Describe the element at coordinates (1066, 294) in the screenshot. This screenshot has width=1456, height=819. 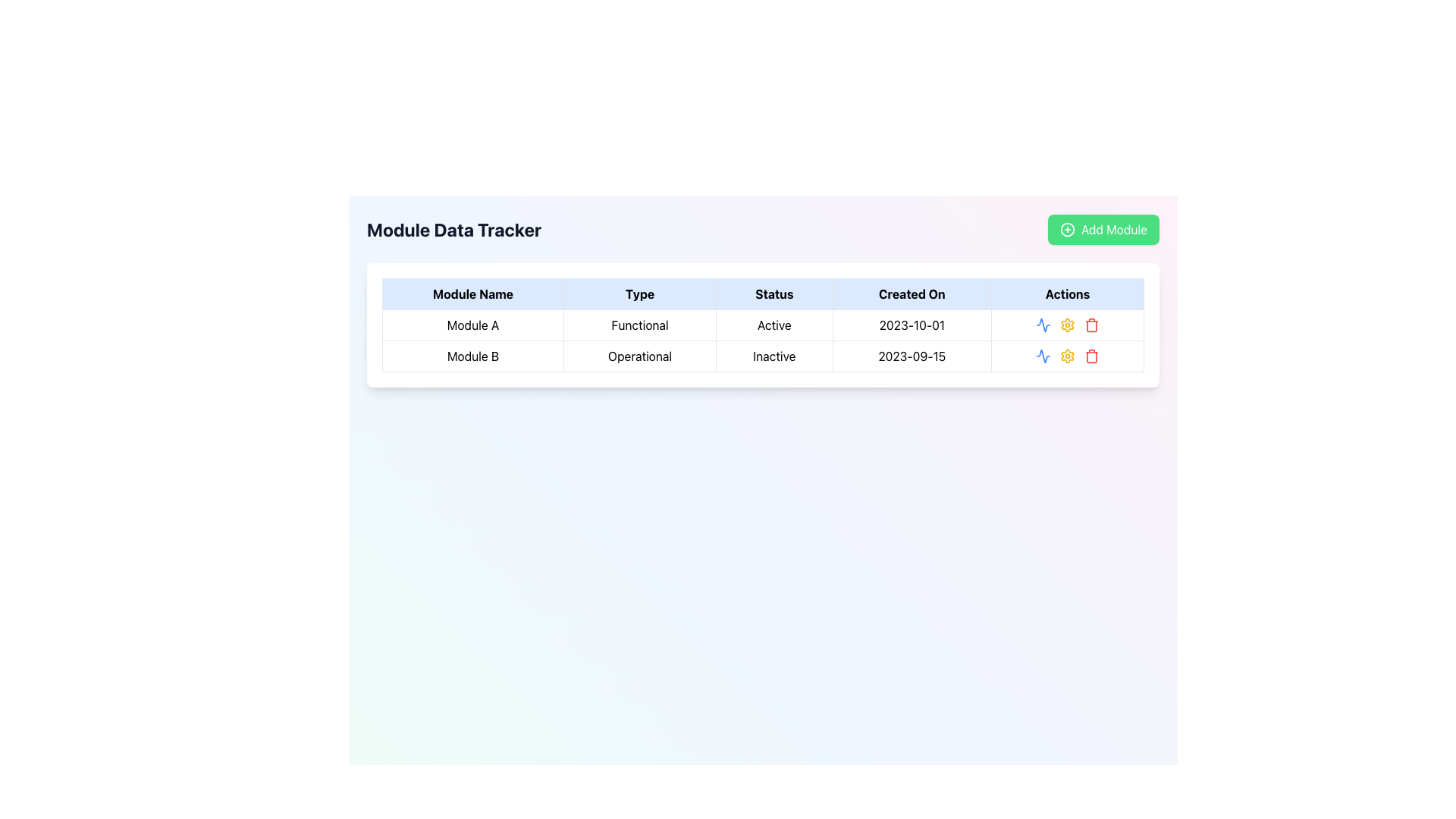
I see `the non-interactive table header that labels the 'Actions' column, which is the fifth header in the table and located at the far right` at that location.